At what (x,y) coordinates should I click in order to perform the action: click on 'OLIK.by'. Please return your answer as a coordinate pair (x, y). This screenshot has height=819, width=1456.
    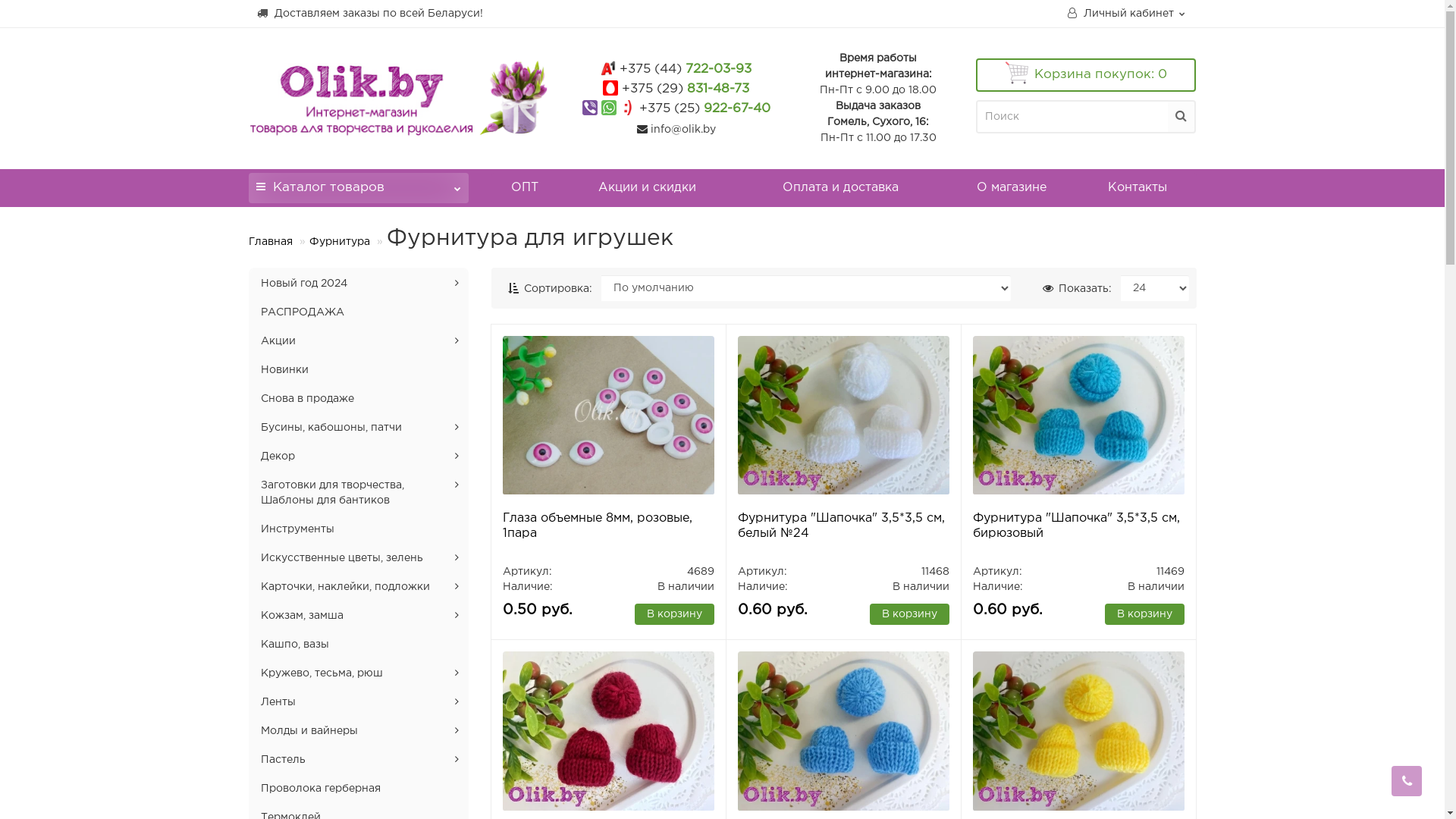
    Looking at the image, I should click on (248, 97).